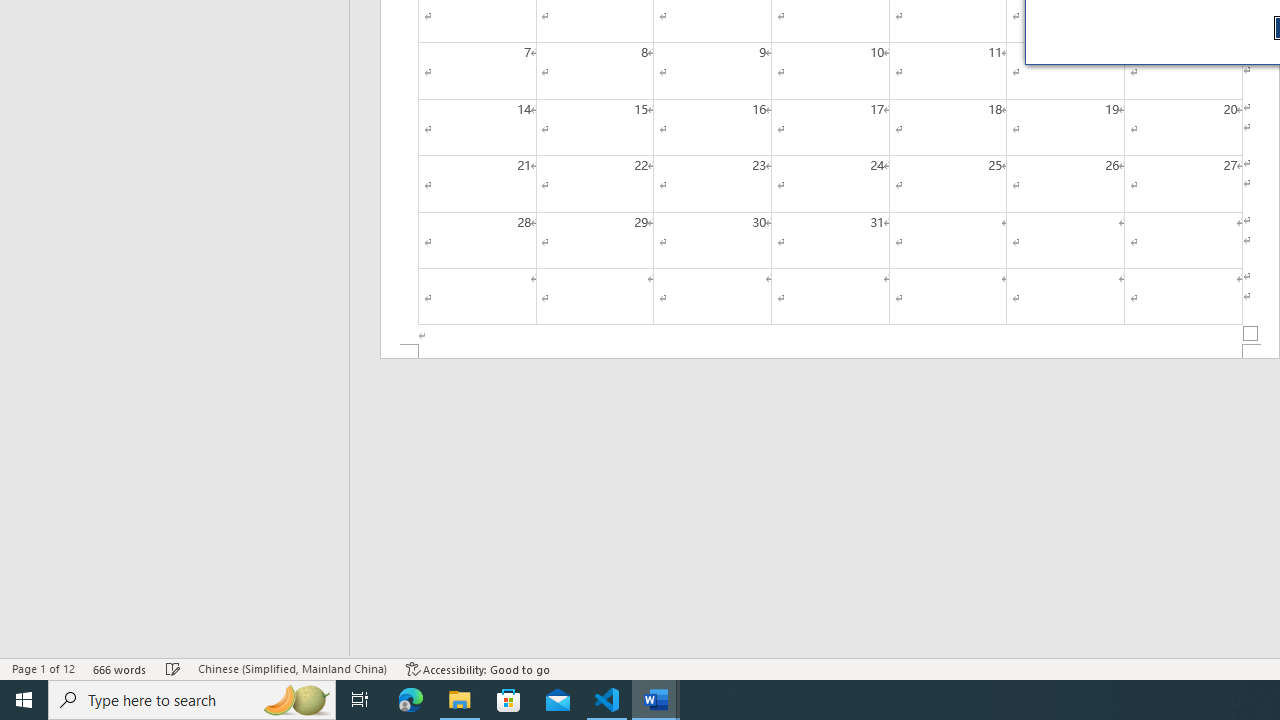  I want to click on 'Language Chinese (Simplified, Mainland China)', so click(291, 669).